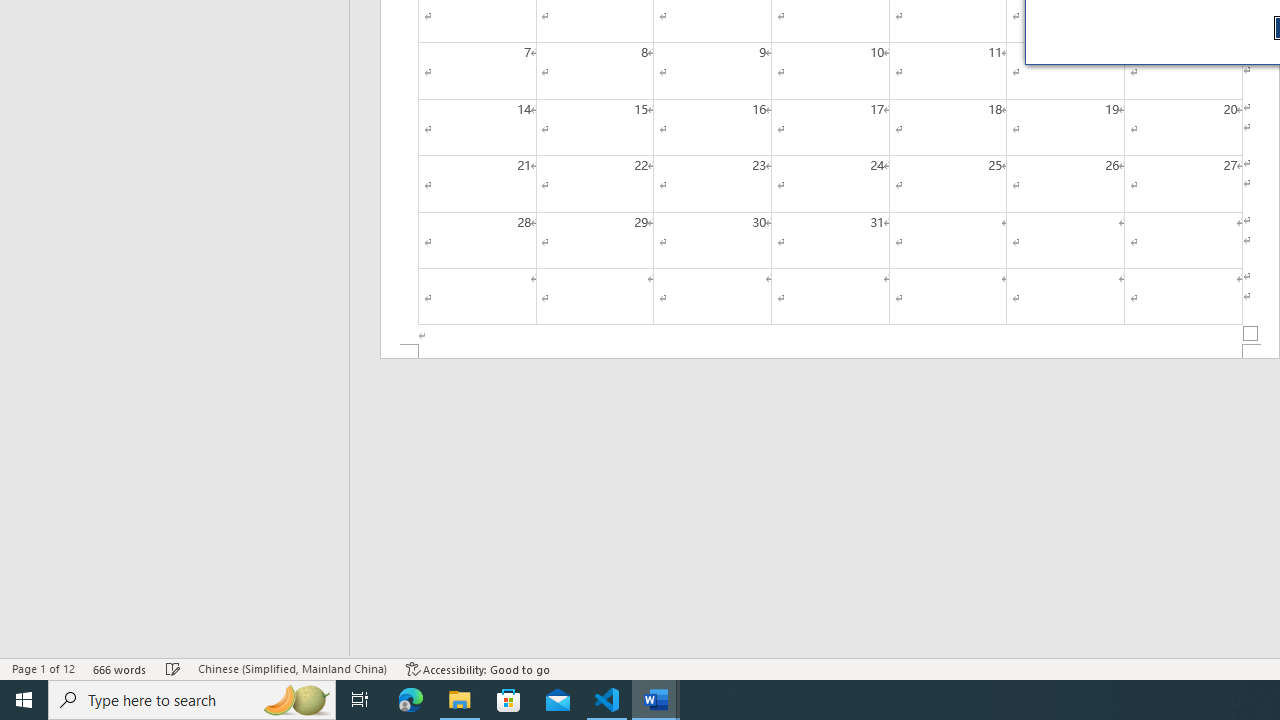  I want to click on 'Language Chinese (Simplified, Mainland China)', so click(291, 669).